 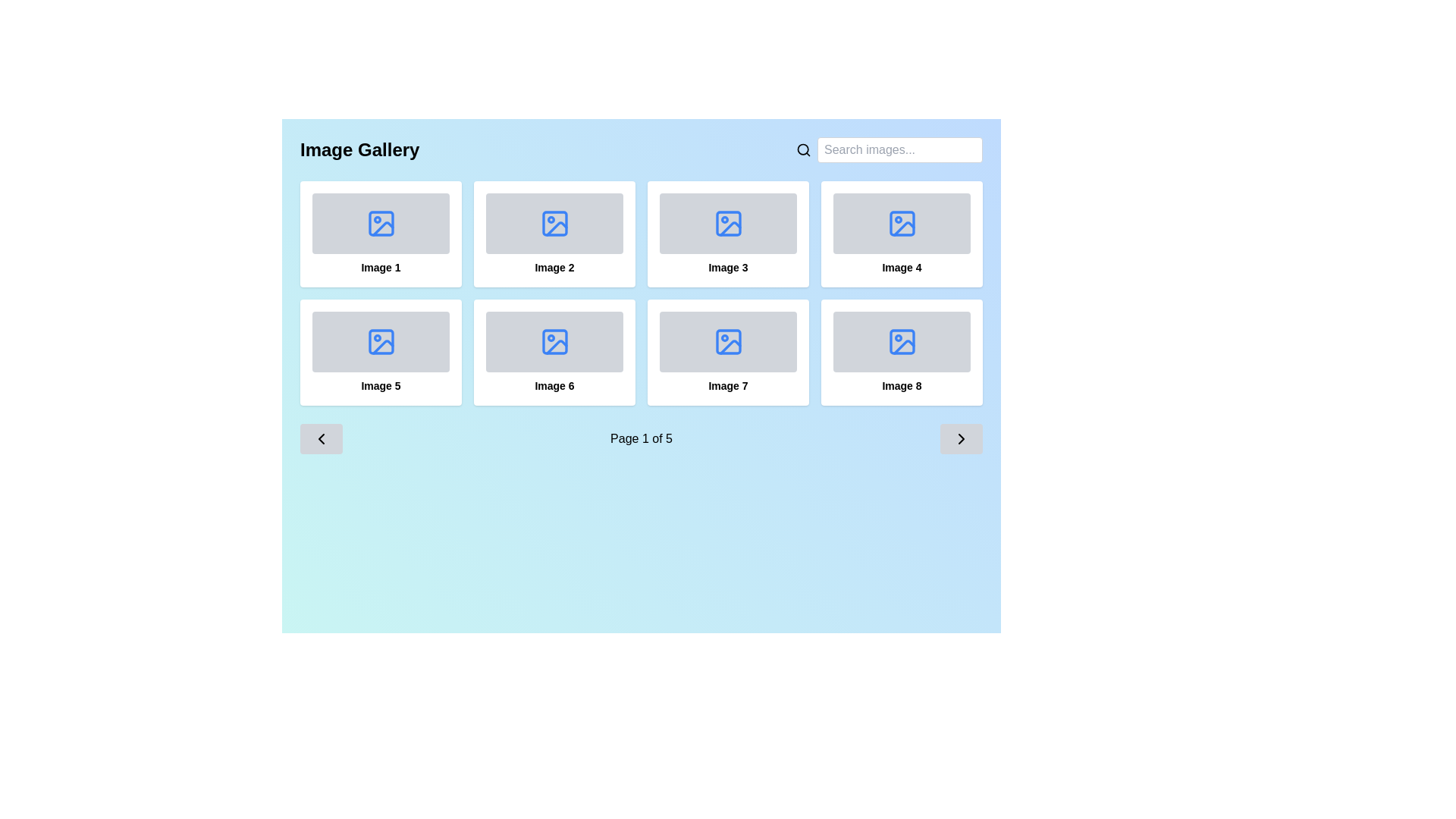 I want to click on on the eighth image card in the image gallery, so click(x=902, y=353).